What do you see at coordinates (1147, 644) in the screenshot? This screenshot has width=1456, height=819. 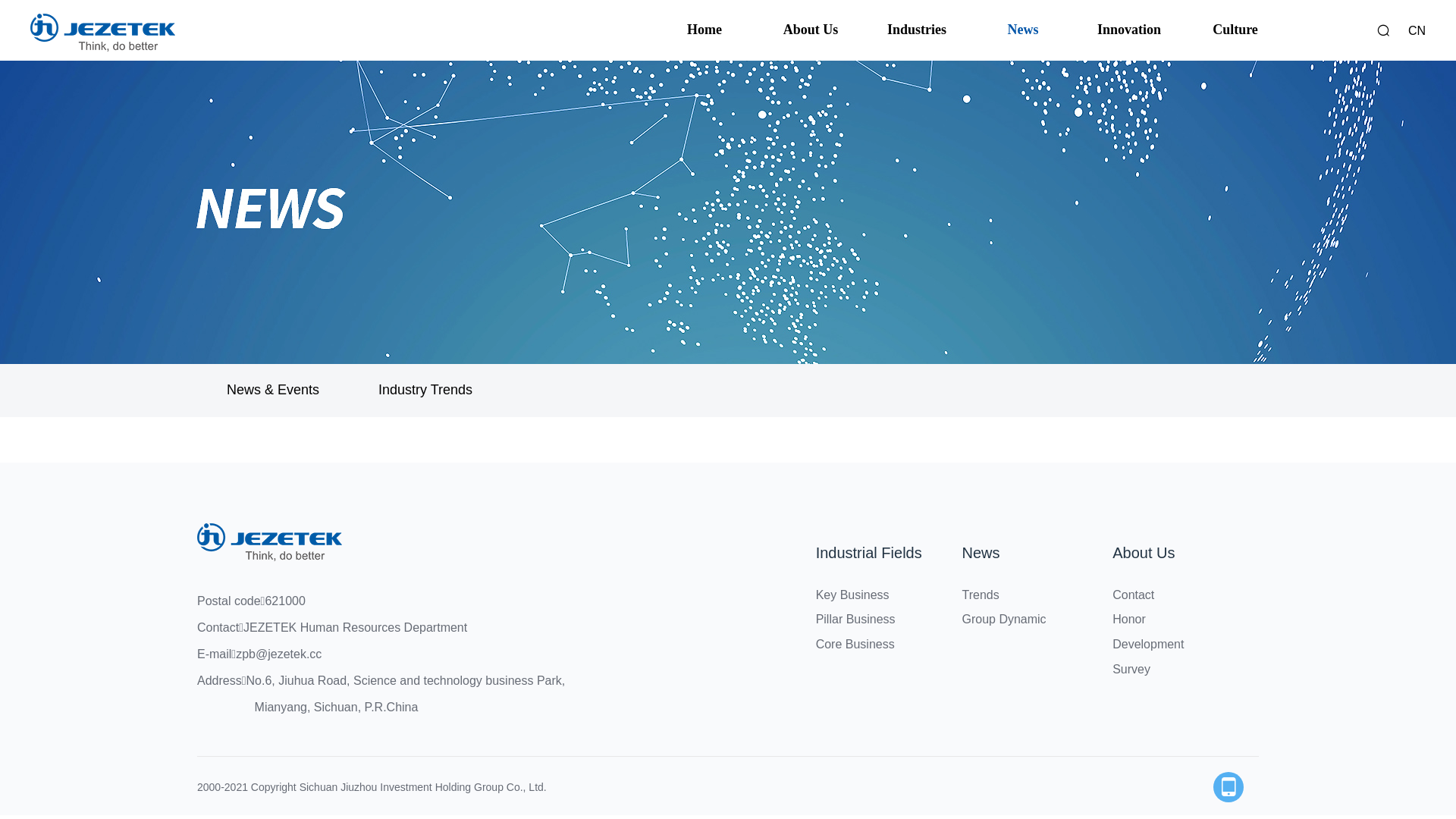 I see `'Development'` at bounding box center [1147, 644].